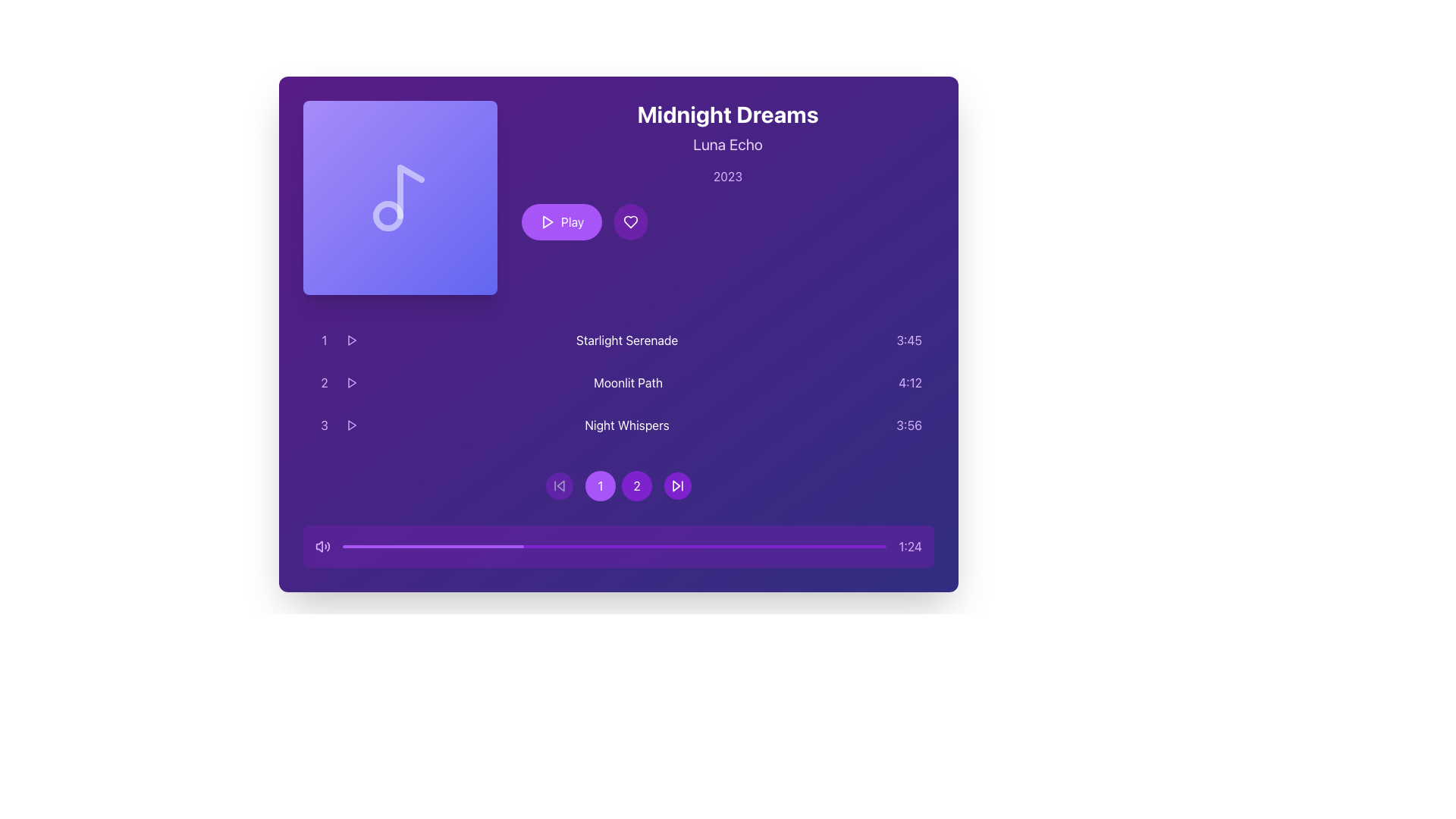 This screenshot has height=819, width=1456. I want to click on the first row item in the playlist to change its appearance, so click(619, 339).